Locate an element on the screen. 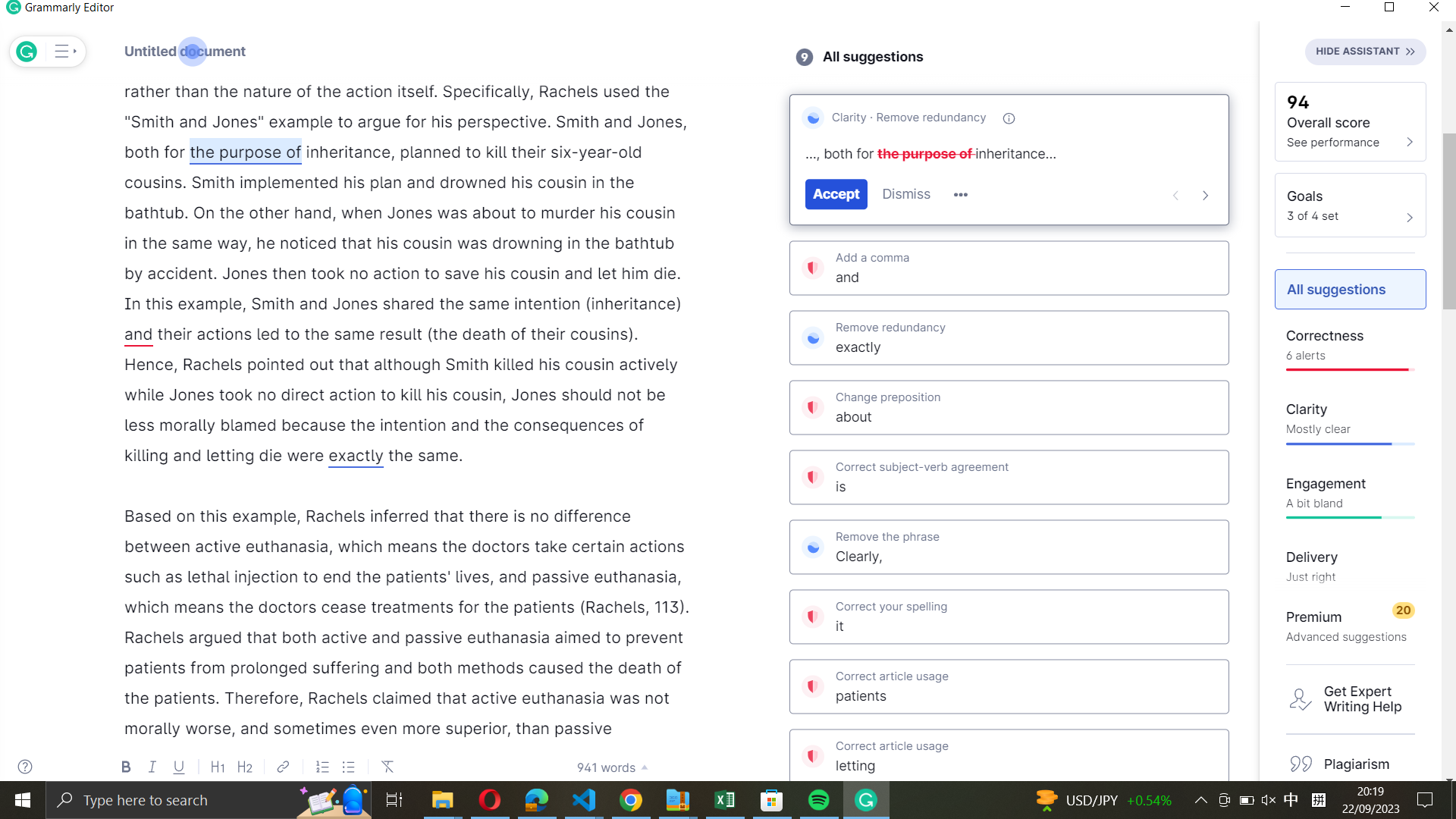 This screenshot has width=1456, height=819. the exact suggestion from Grammarly is located at coordinates (1009, 336).